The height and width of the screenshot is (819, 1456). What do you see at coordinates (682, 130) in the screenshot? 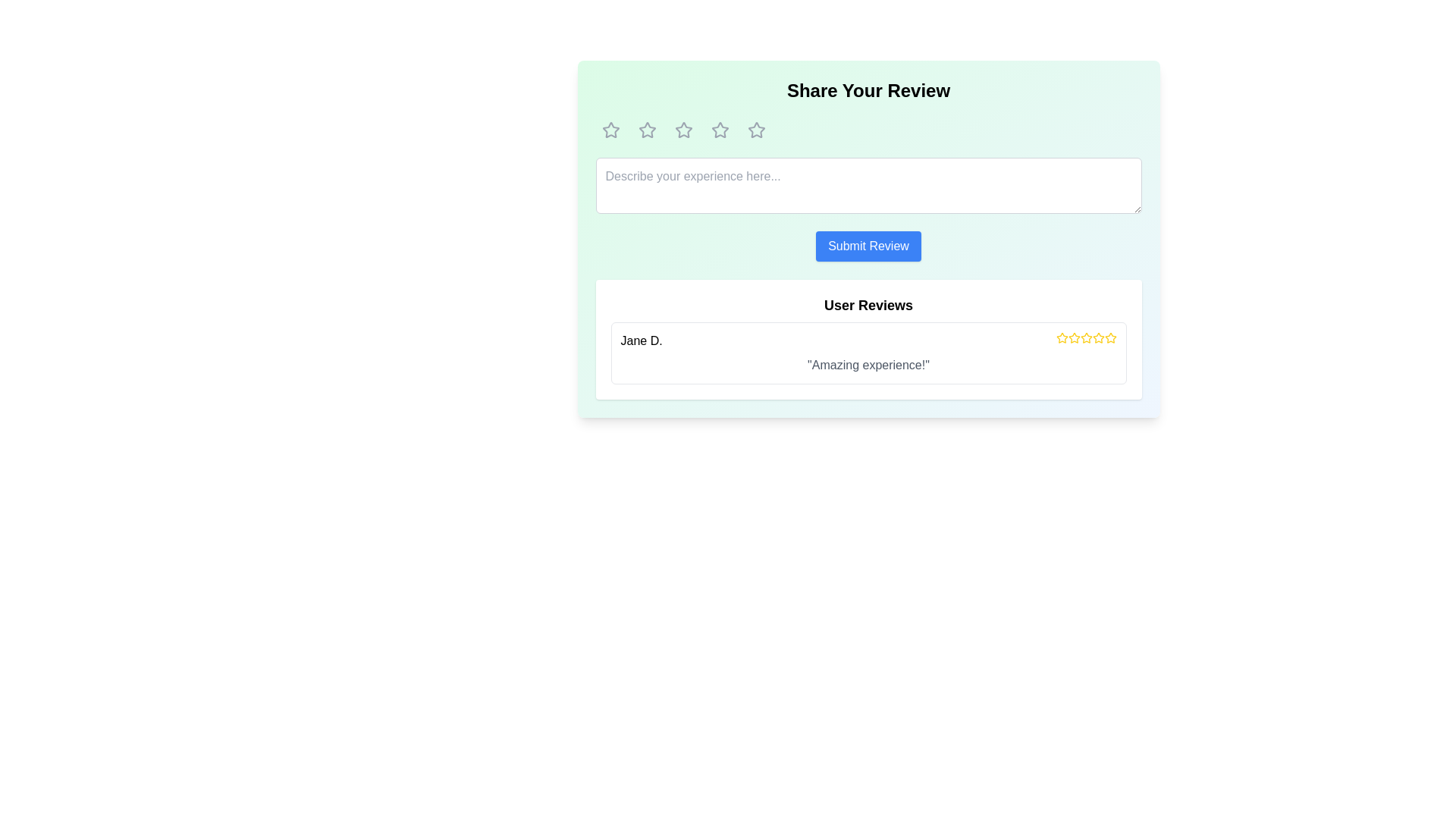
I see `the second star icon from the left in the rating component` at bounding box center [682, 130].